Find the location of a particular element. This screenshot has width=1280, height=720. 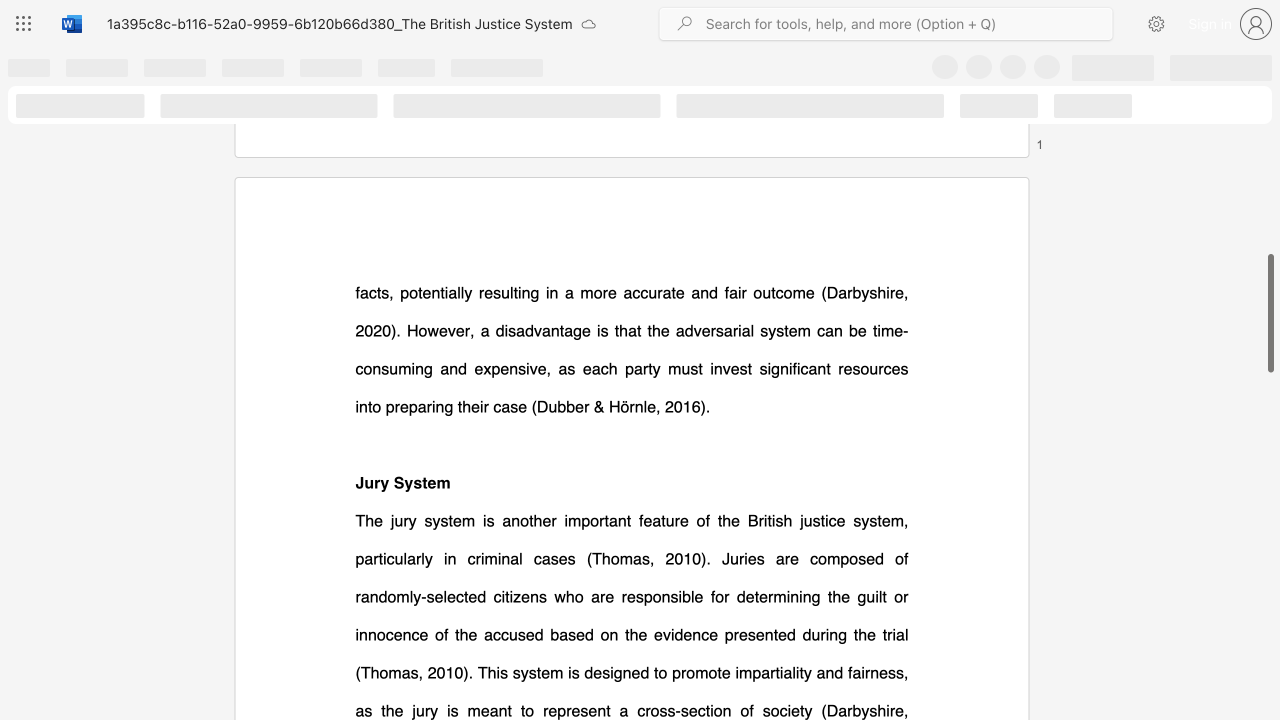

the subset text "r determining the guilt or innocence of the accused based on the evidence presented durin" within the text "The jury system is another important feature of the British justice system, particularly in criminal cases (Thomas, 2010). Juries are composed of randomly-selected citizens who are responsible for determining the guilt or innocence of the accused based on the evidence presented during the trial (Thomas, 2010). This system is designed to promote impartiality and fairness, as the jury is meant to represent a cross-section of society (Darbyshire," is located at coordinates (723, 595).